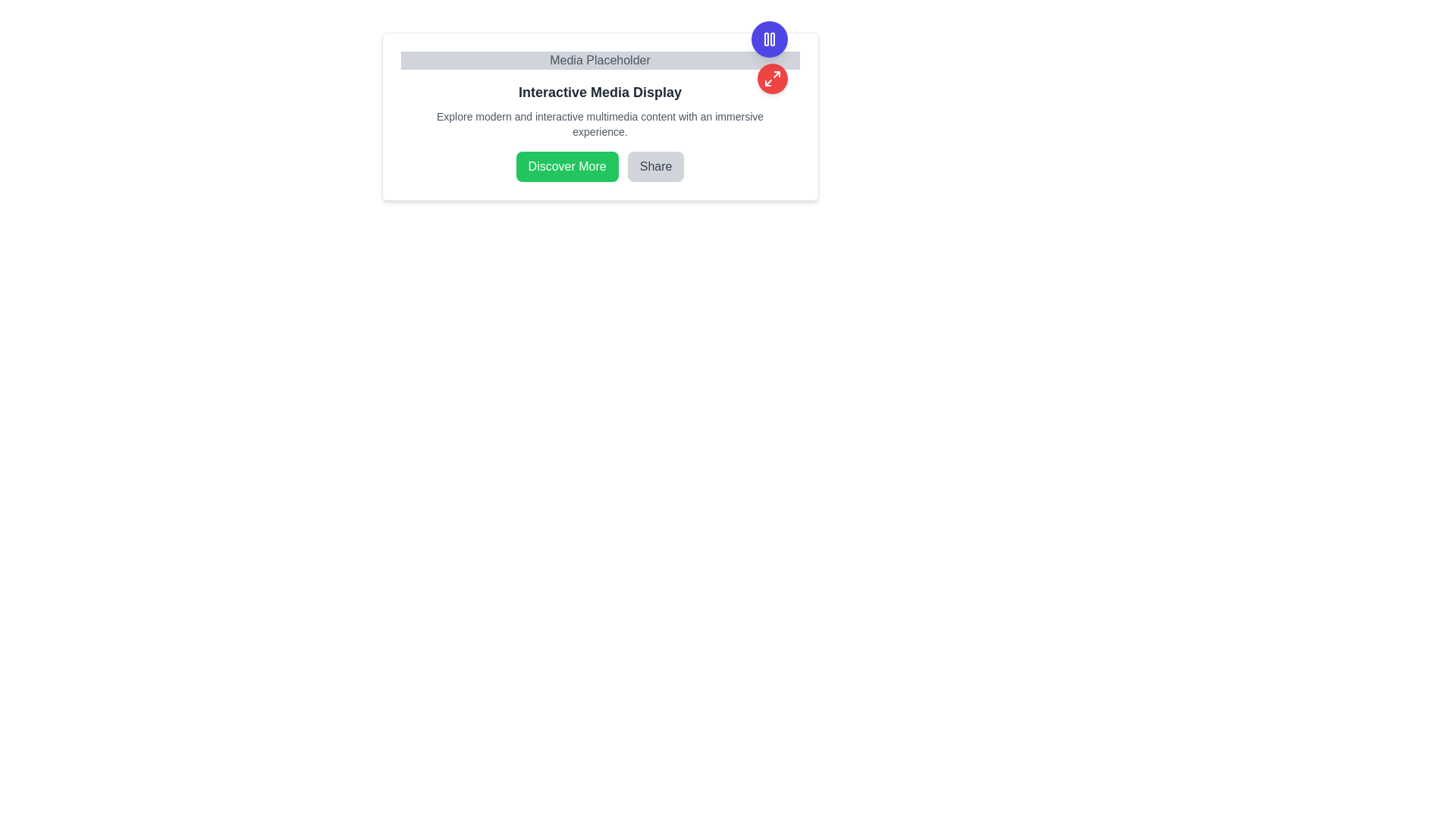 This screenshot has height=819, width=1456. Describe the element at coordinates (599, 60) in the screenshot. I see `the rectangular media placeholder with a gray background that contains the text 'Media Placeholder', positioned above the heading 'Interactive Media Display'` at that location.